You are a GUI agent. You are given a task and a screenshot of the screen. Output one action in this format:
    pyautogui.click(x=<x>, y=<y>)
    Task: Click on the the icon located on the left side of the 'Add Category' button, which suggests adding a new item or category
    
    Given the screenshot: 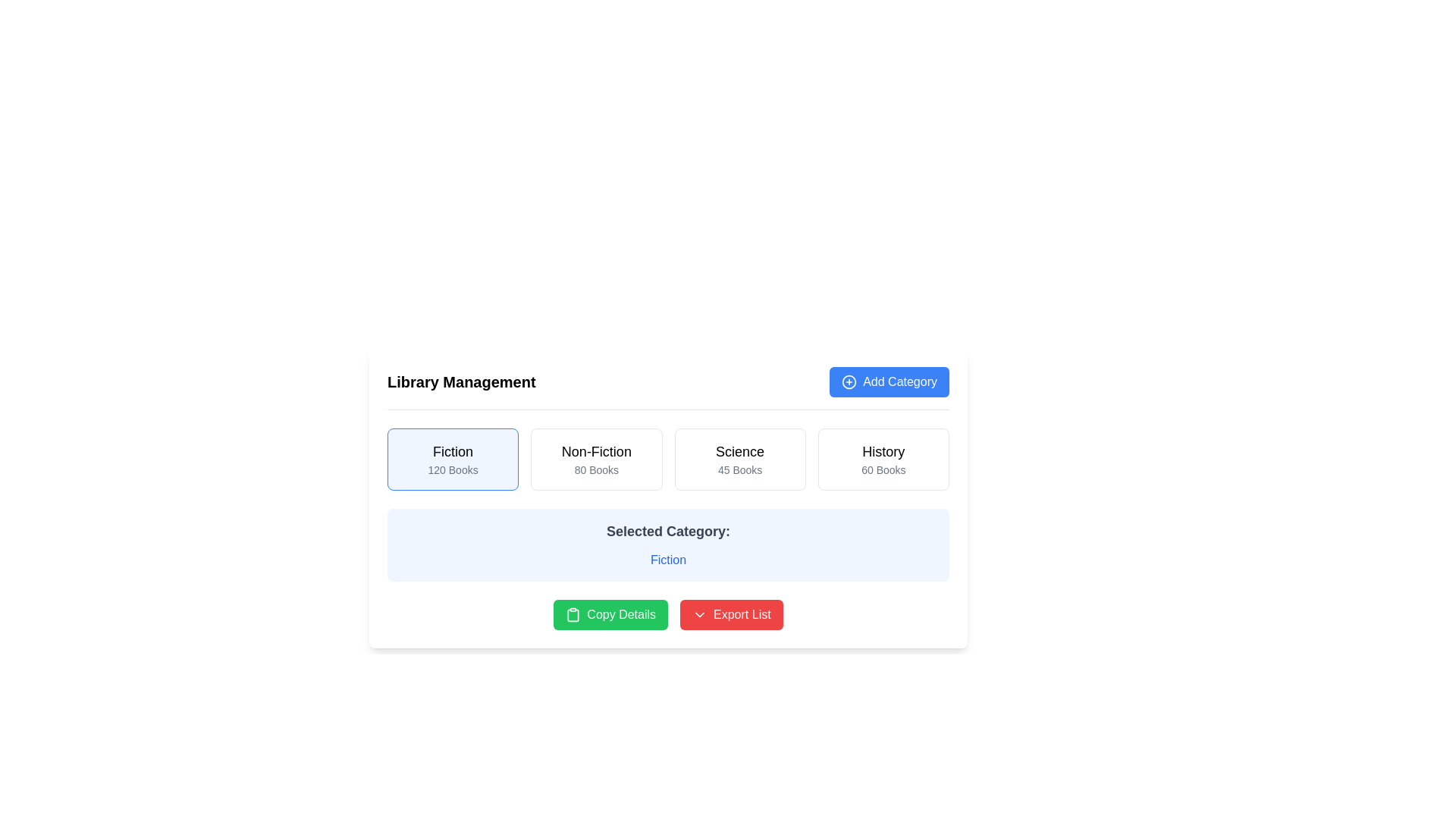 What is the action you would take?
    pyautogui.click(x=848, y=381)
    